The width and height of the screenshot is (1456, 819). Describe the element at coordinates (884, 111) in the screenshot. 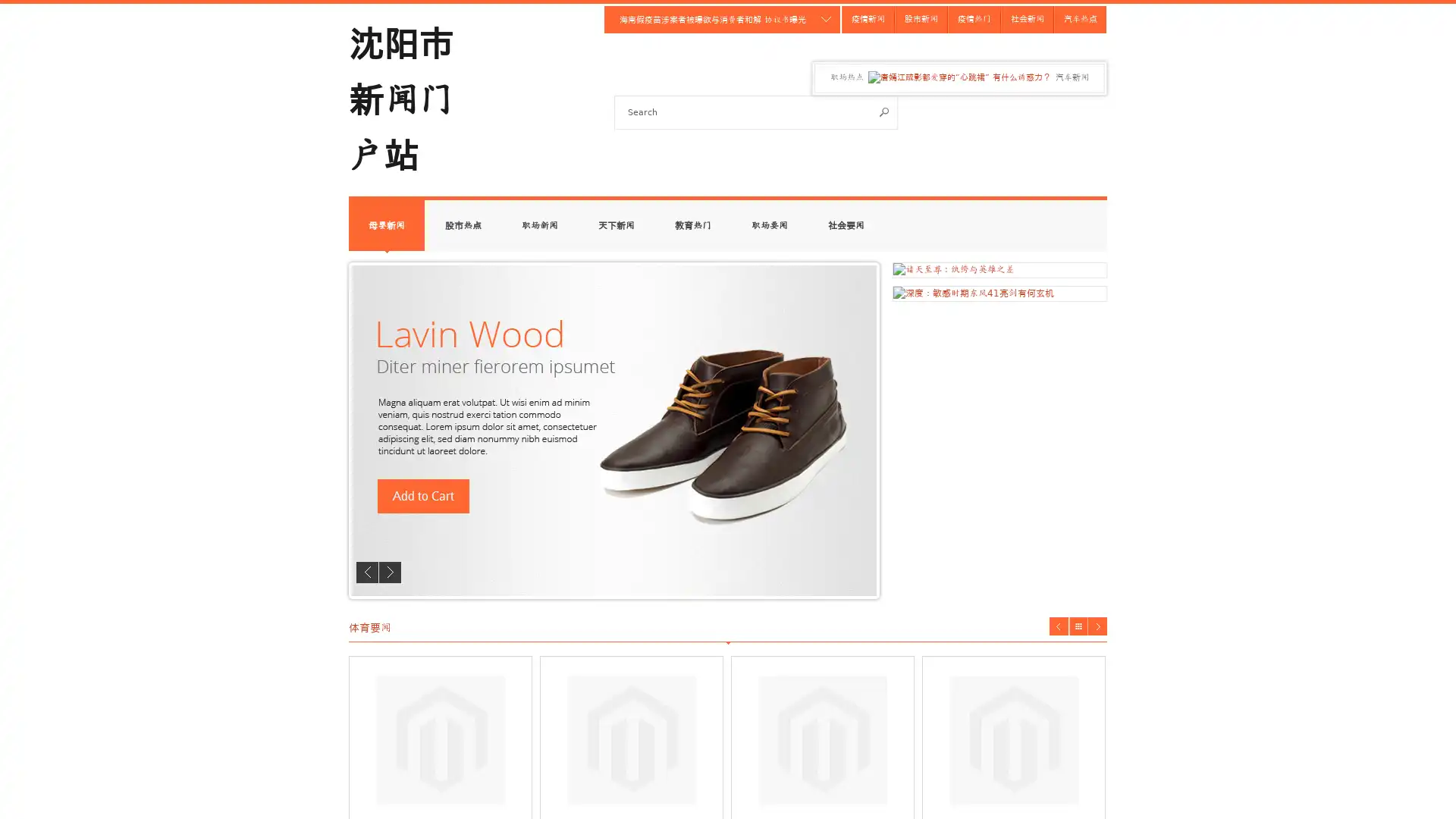

I see `Search` at that location.